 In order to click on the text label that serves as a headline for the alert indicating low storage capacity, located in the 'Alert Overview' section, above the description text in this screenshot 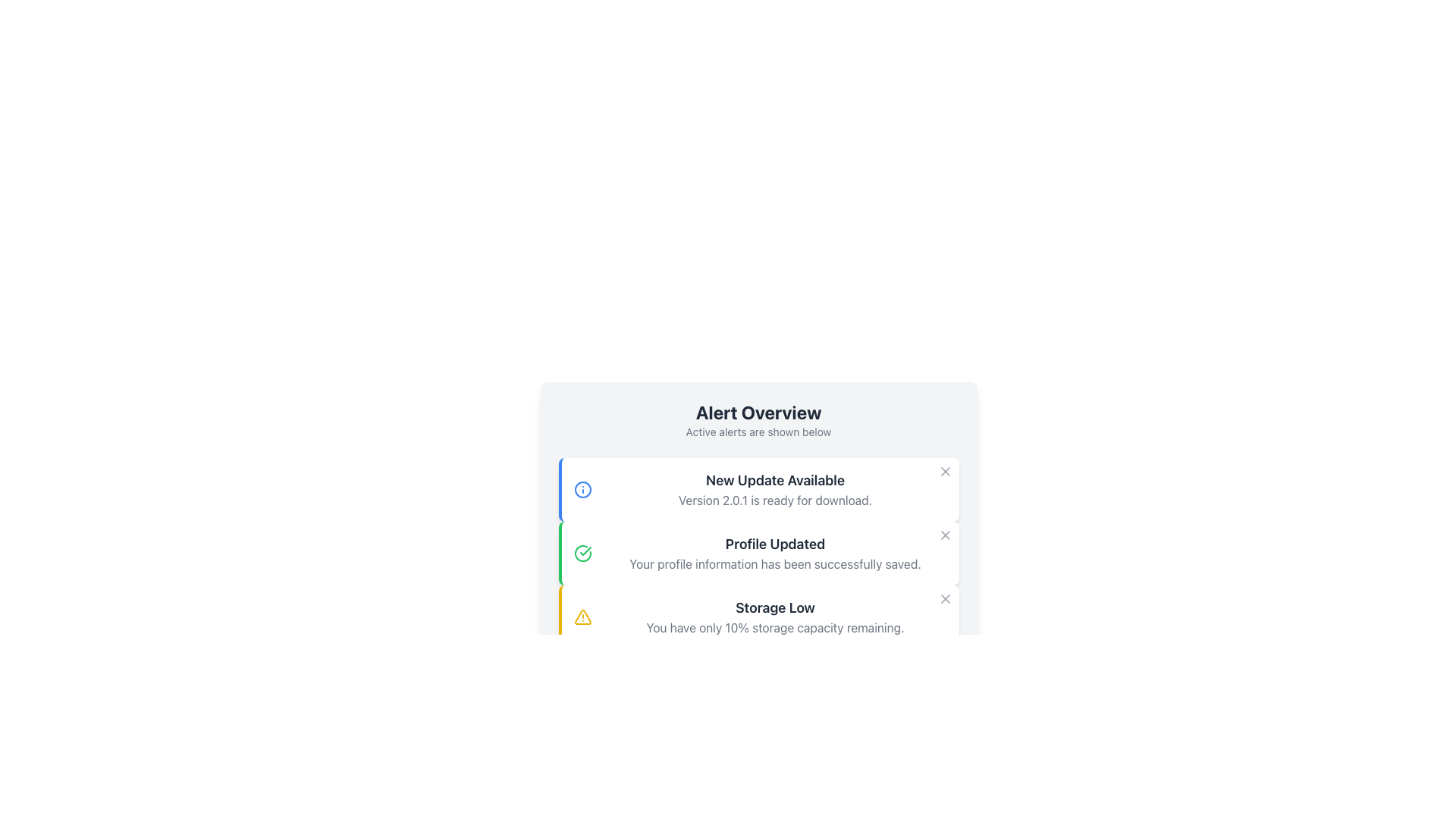, I will do `click(775, 607)`.